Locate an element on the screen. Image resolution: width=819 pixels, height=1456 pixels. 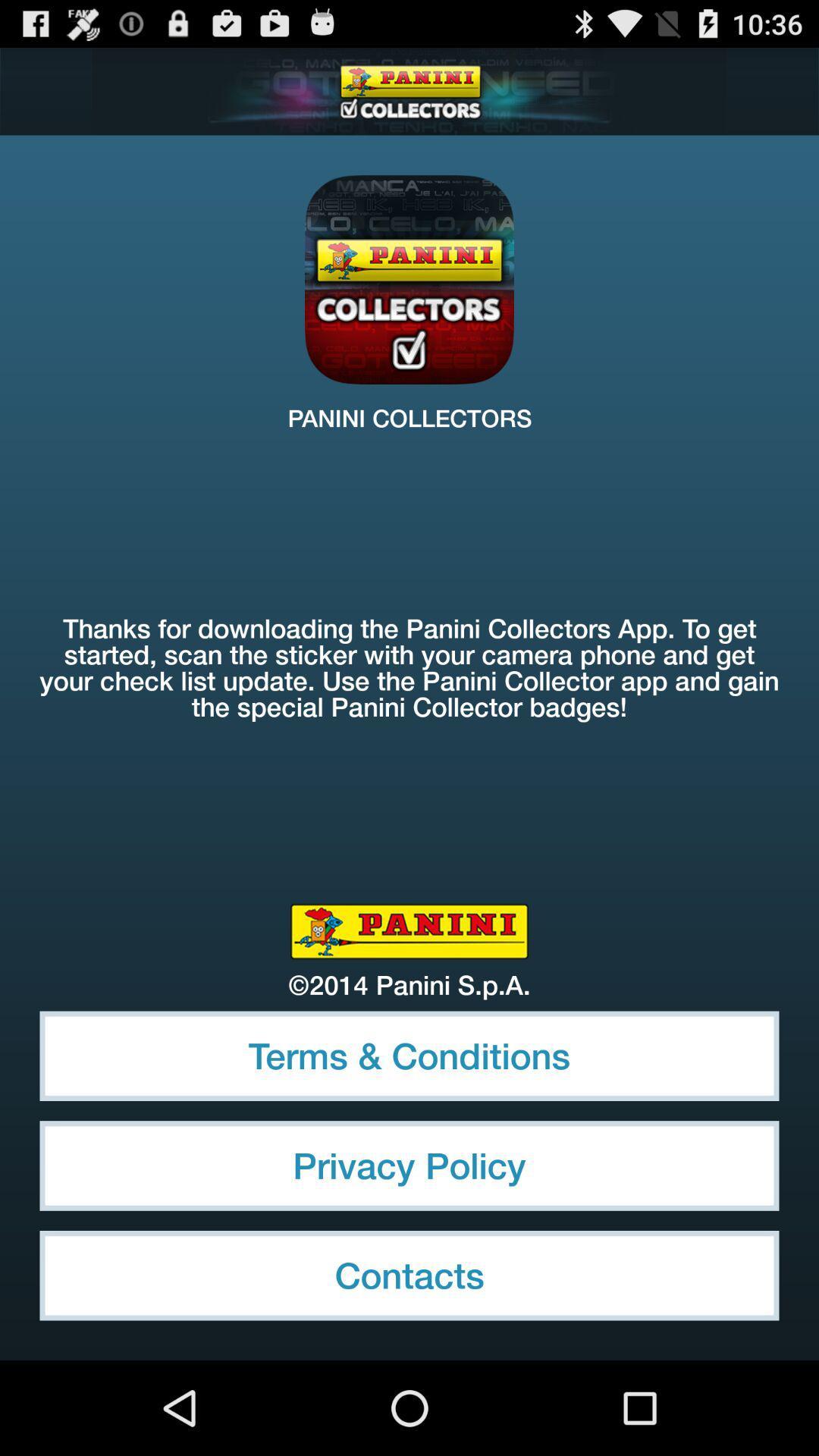
the privacy policy item is located at coordinates (409, 1165).